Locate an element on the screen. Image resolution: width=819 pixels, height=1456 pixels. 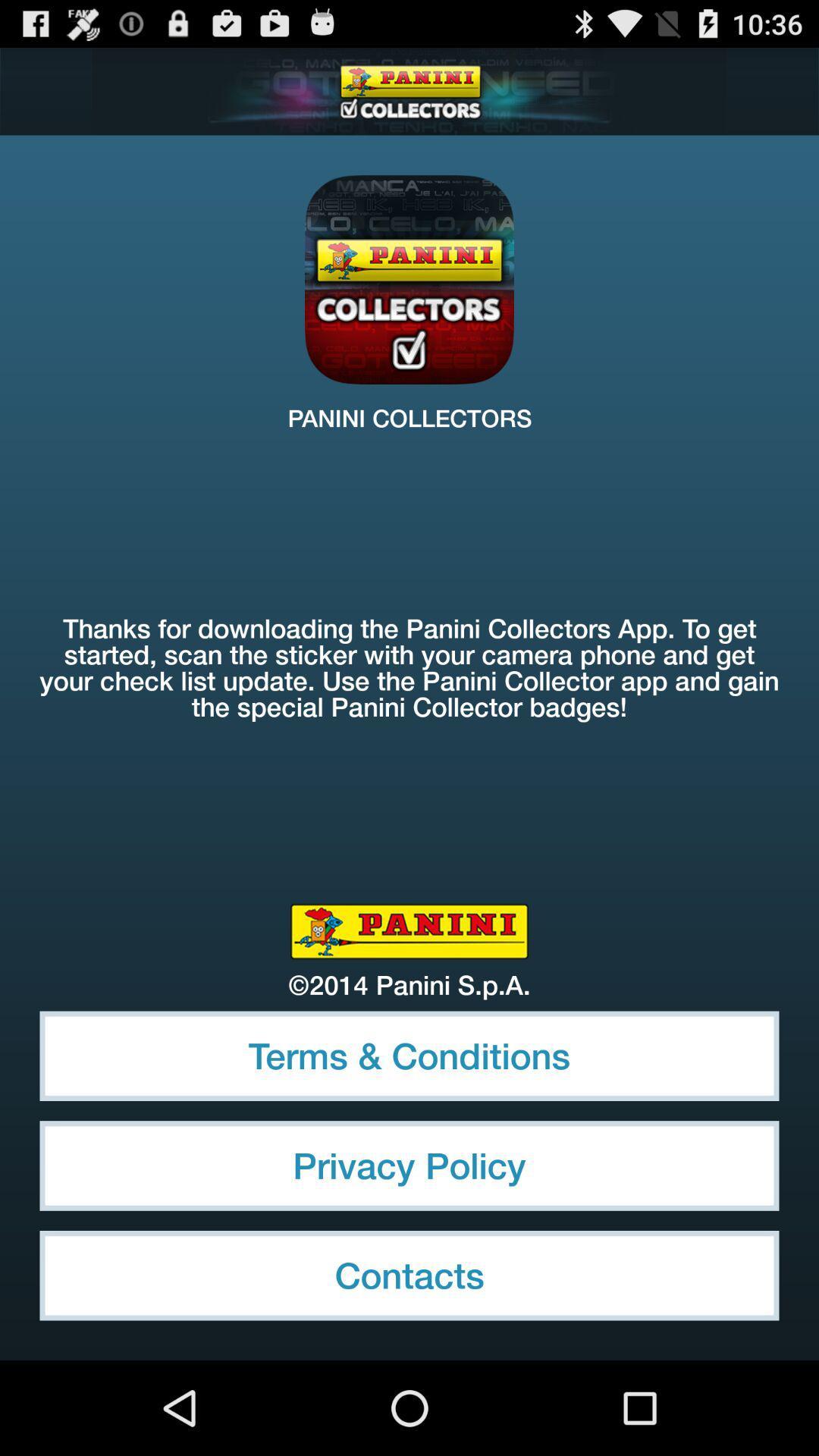
the privacy policy item is located at coordinates (409, 1165).